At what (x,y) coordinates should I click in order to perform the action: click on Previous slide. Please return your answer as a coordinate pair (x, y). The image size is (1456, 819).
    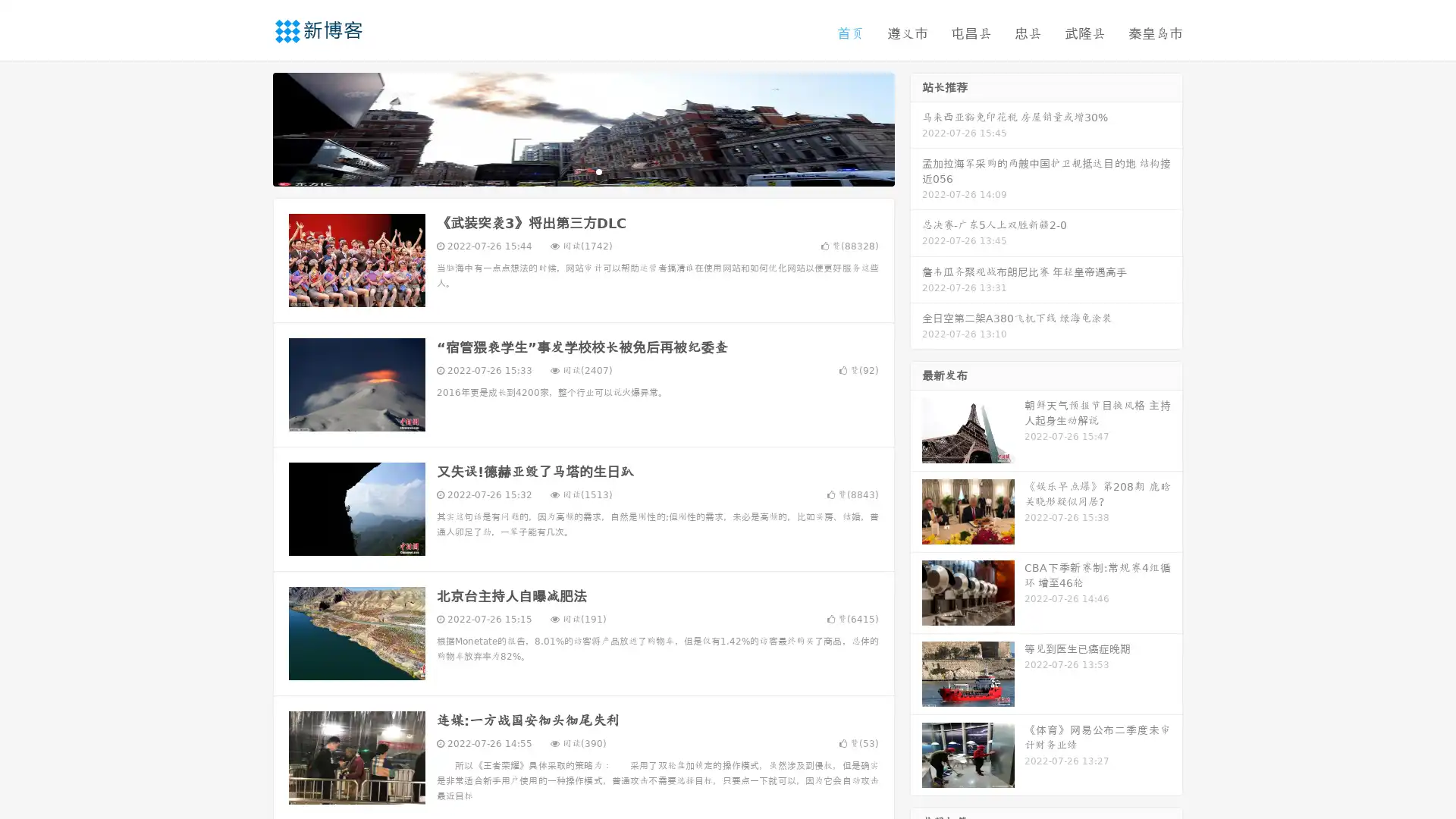
    Looking at the image, I should click on (250, 127).